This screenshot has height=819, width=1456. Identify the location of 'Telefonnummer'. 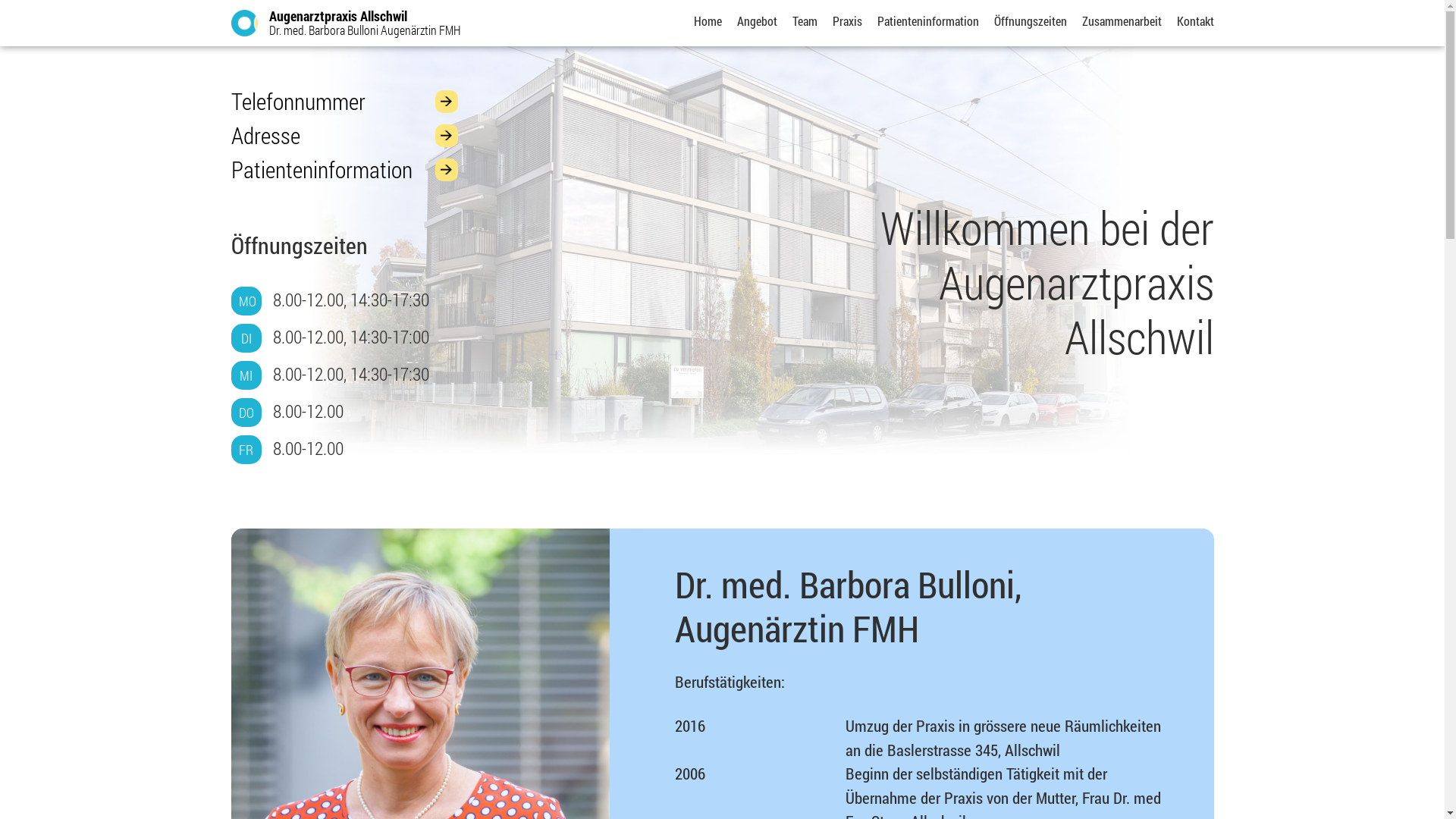
(343, 101).